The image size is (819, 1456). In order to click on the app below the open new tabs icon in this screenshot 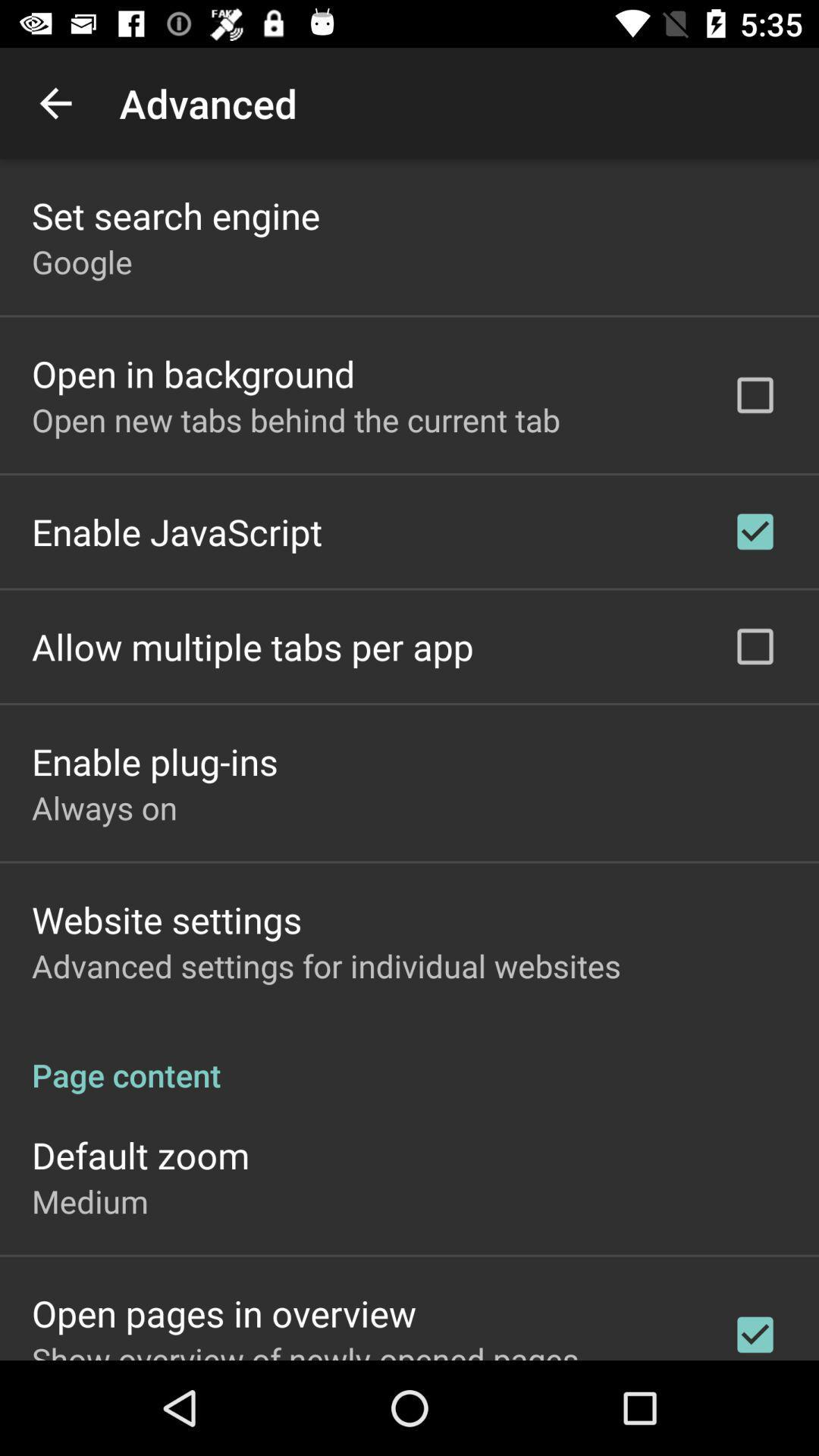, I will do `click(176, 532)`.